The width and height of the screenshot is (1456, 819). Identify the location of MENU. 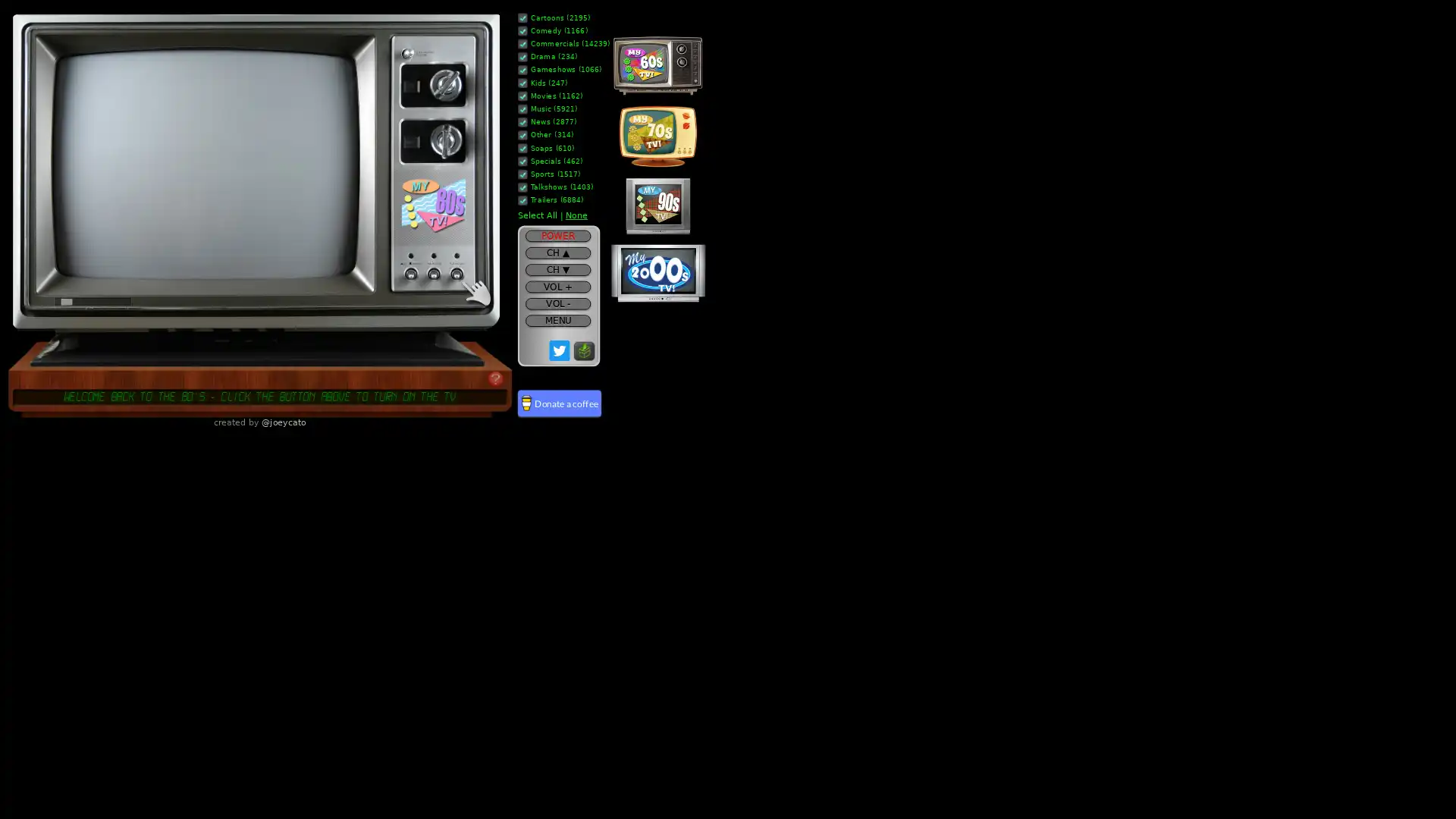
(557, 319).